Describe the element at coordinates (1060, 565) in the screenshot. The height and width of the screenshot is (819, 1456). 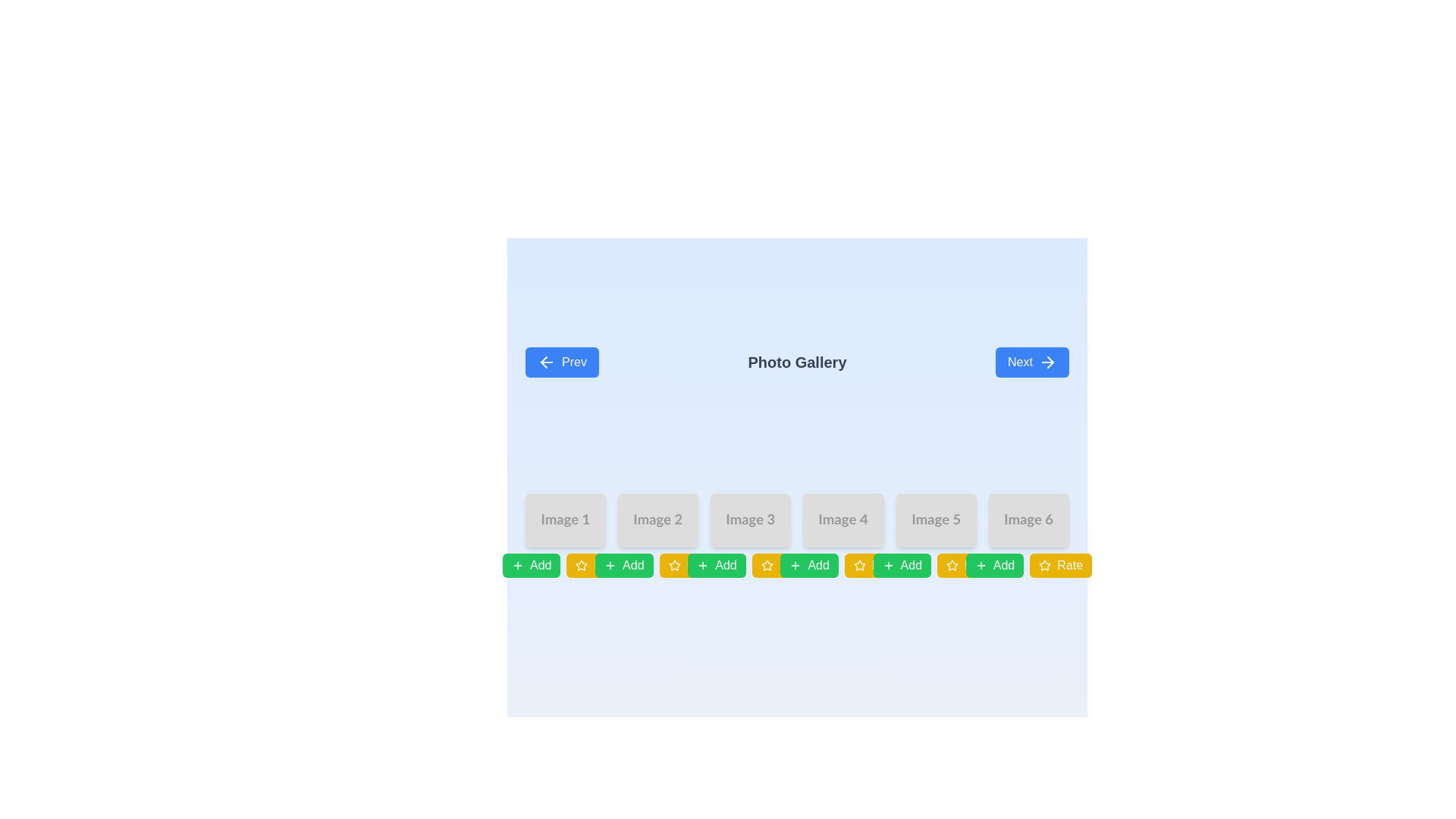
I see `the second button in the group below the sixth image in the photo gallery` at that location.